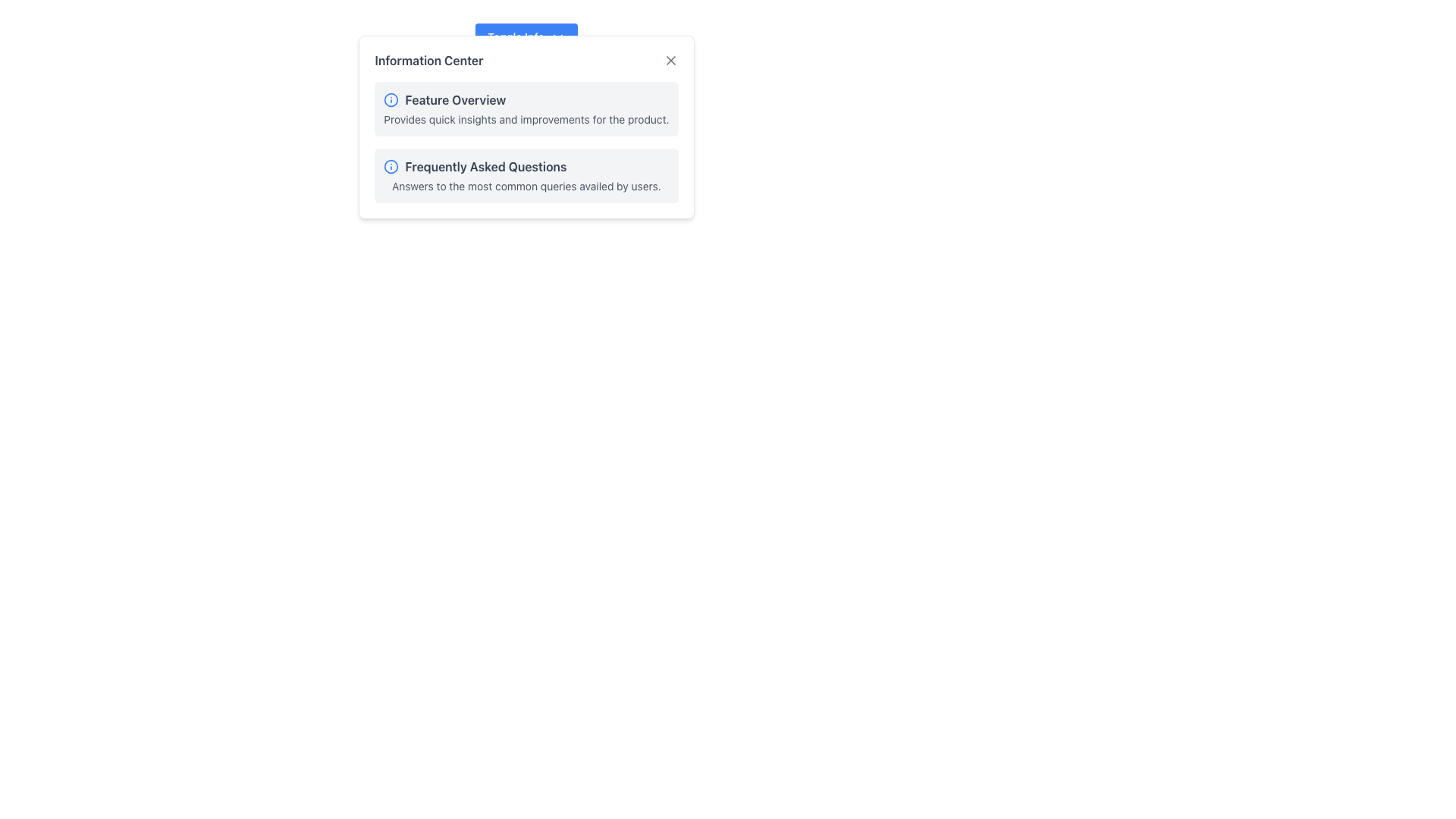 This screenshot has width=1456, height=819. Describe the element at coordinates (428, 60) in the screenshot. I see `the text header labeled 'Information Center' which is styled in a strong bold font and positioned at the top-left corner of the modal` at that location.